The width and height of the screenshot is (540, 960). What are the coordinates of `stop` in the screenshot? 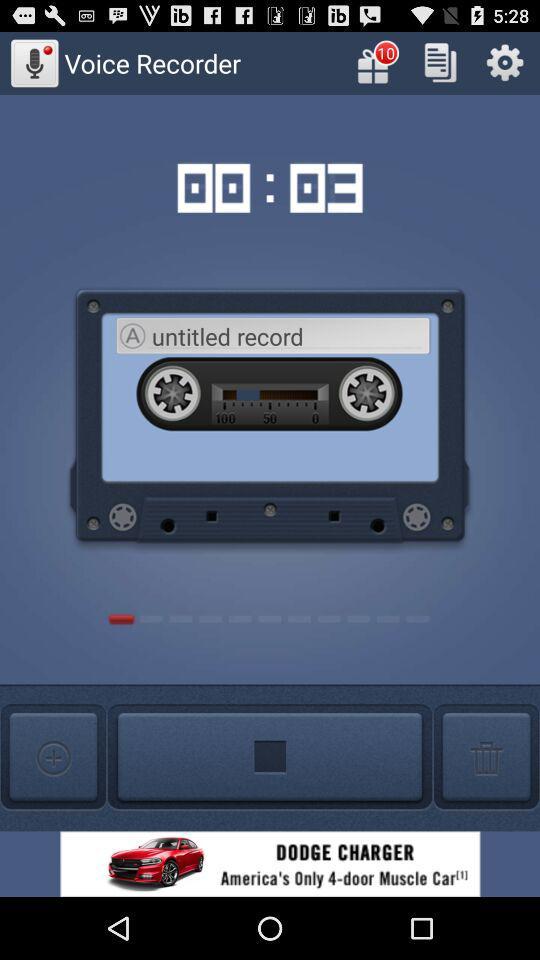 It's located at (270, 756).